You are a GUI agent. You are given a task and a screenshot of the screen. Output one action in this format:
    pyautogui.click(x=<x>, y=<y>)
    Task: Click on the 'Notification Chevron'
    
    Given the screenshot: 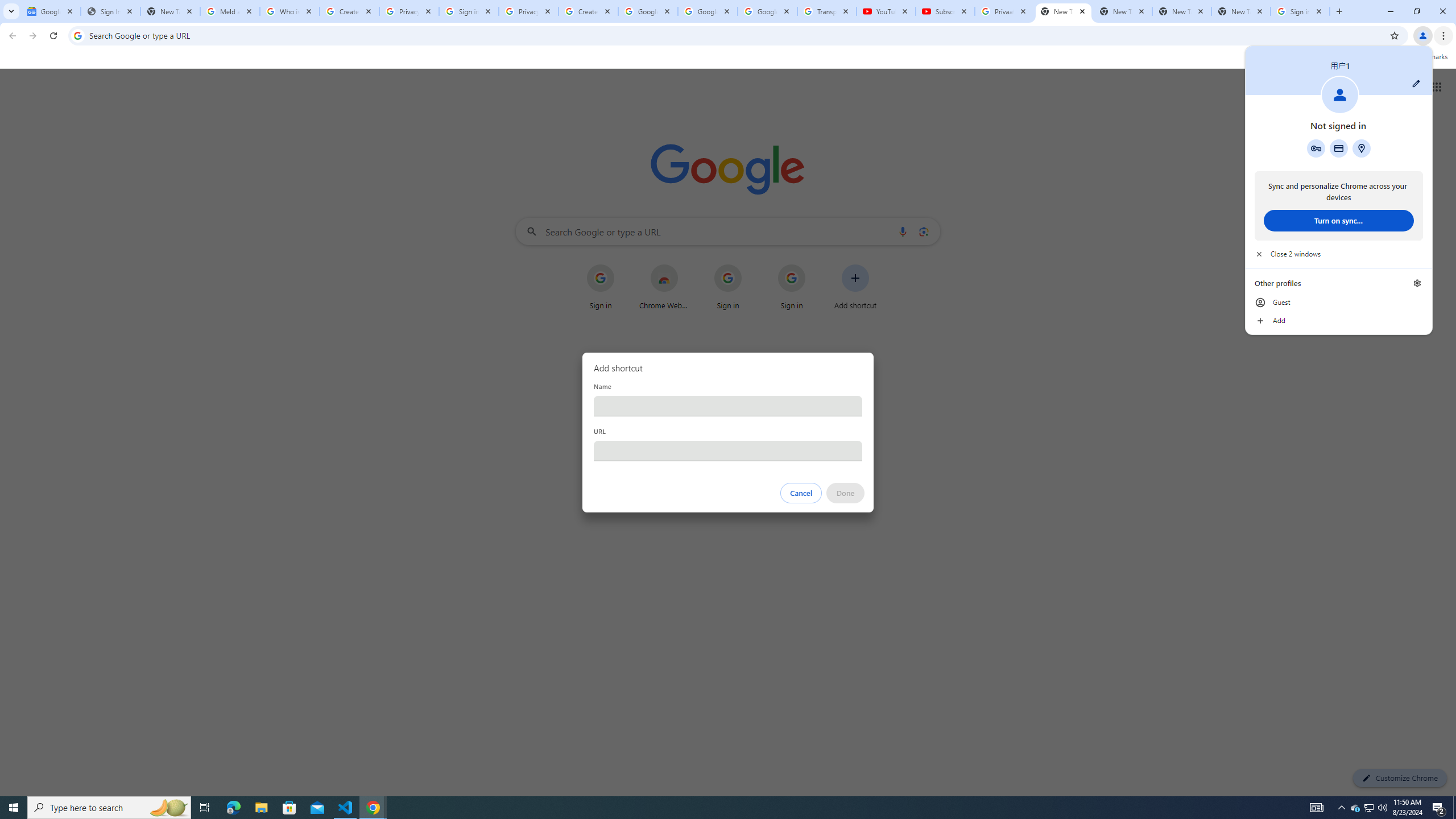 What is the action you would take?
    pyautogui.click(x=1342, y=806)
    